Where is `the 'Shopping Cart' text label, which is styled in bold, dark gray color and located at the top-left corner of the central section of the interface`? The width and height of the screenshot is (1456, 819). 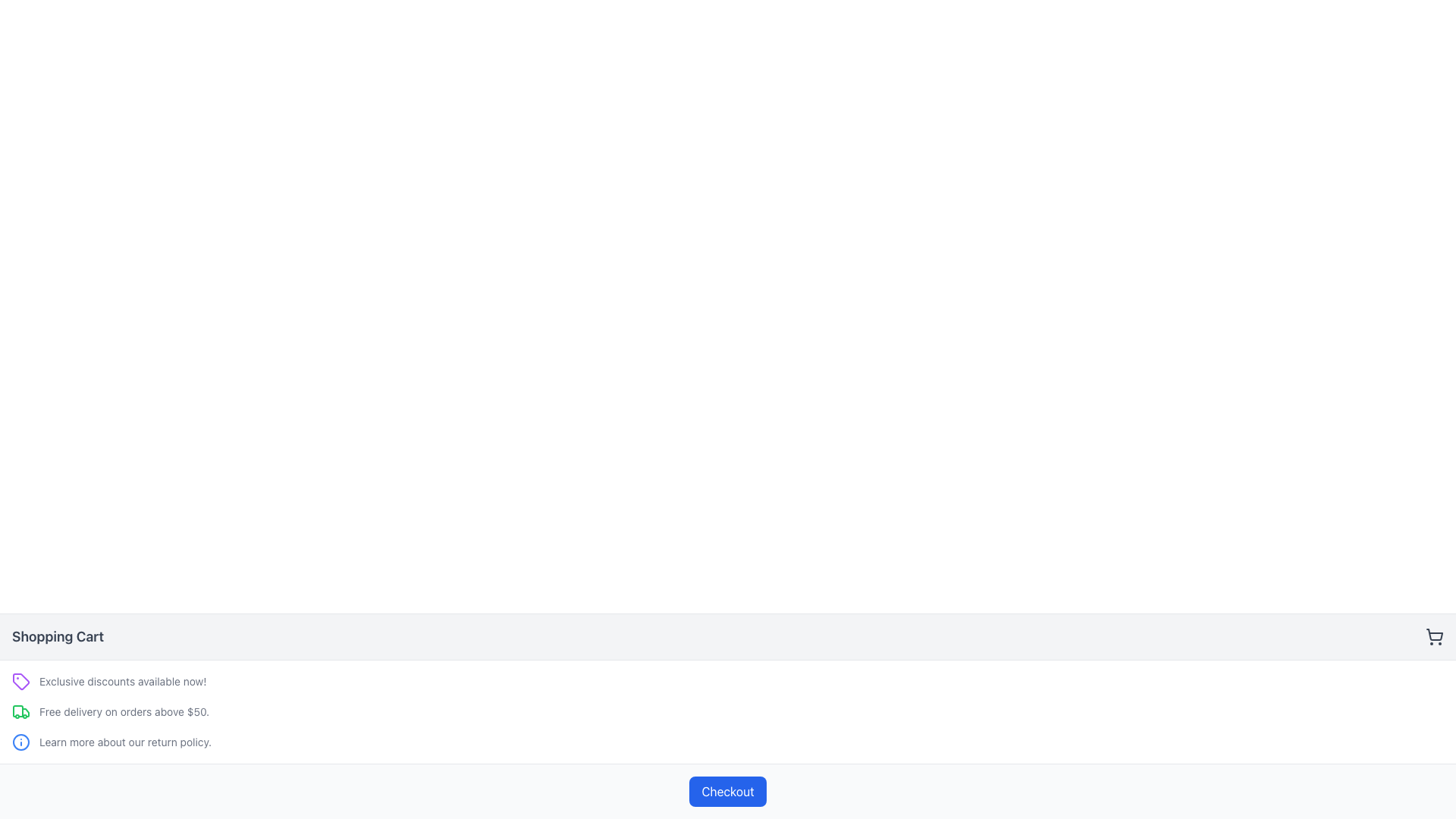 the 'Shopping Cart' text label, which is styled in bold, dark gray color and located at the top-left corner of the central section of the interface is located at coordinates (58, 637).